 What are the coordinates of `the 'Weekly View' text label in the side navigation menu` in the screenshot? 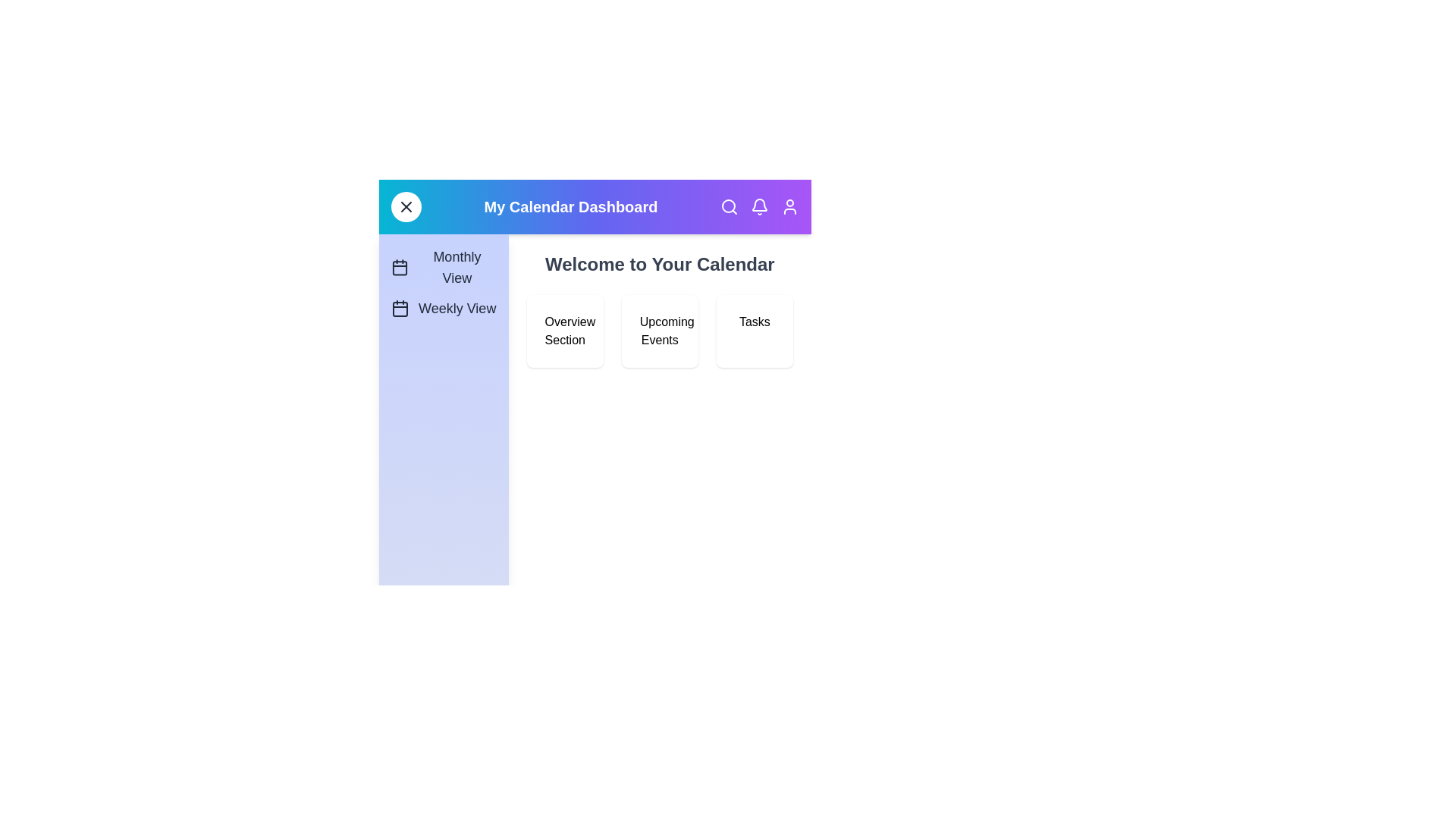 It's located at (457, 308).